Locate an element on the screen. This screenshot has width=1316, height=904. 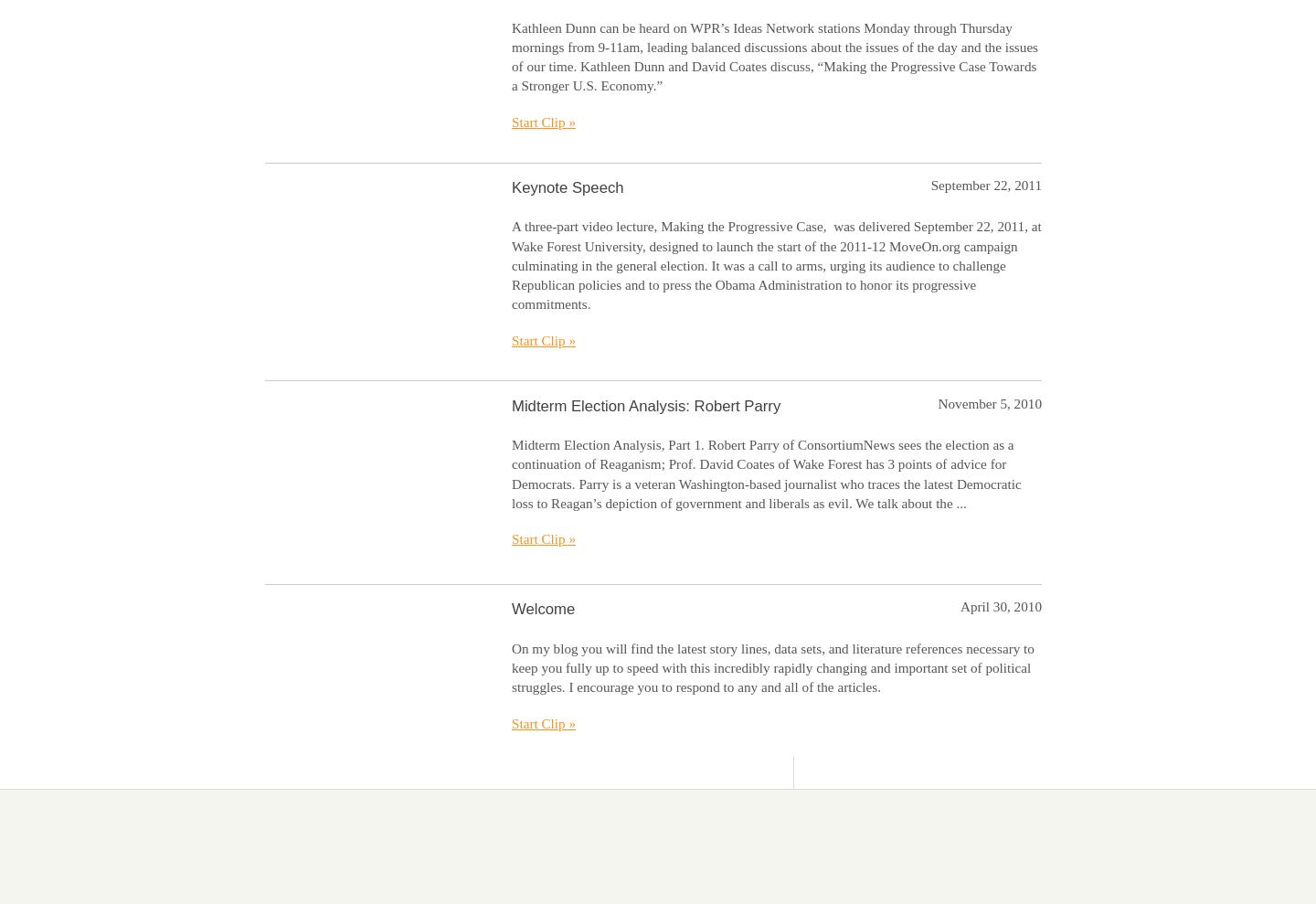
'November 5, 2010' is located at coordinates (989, 401).